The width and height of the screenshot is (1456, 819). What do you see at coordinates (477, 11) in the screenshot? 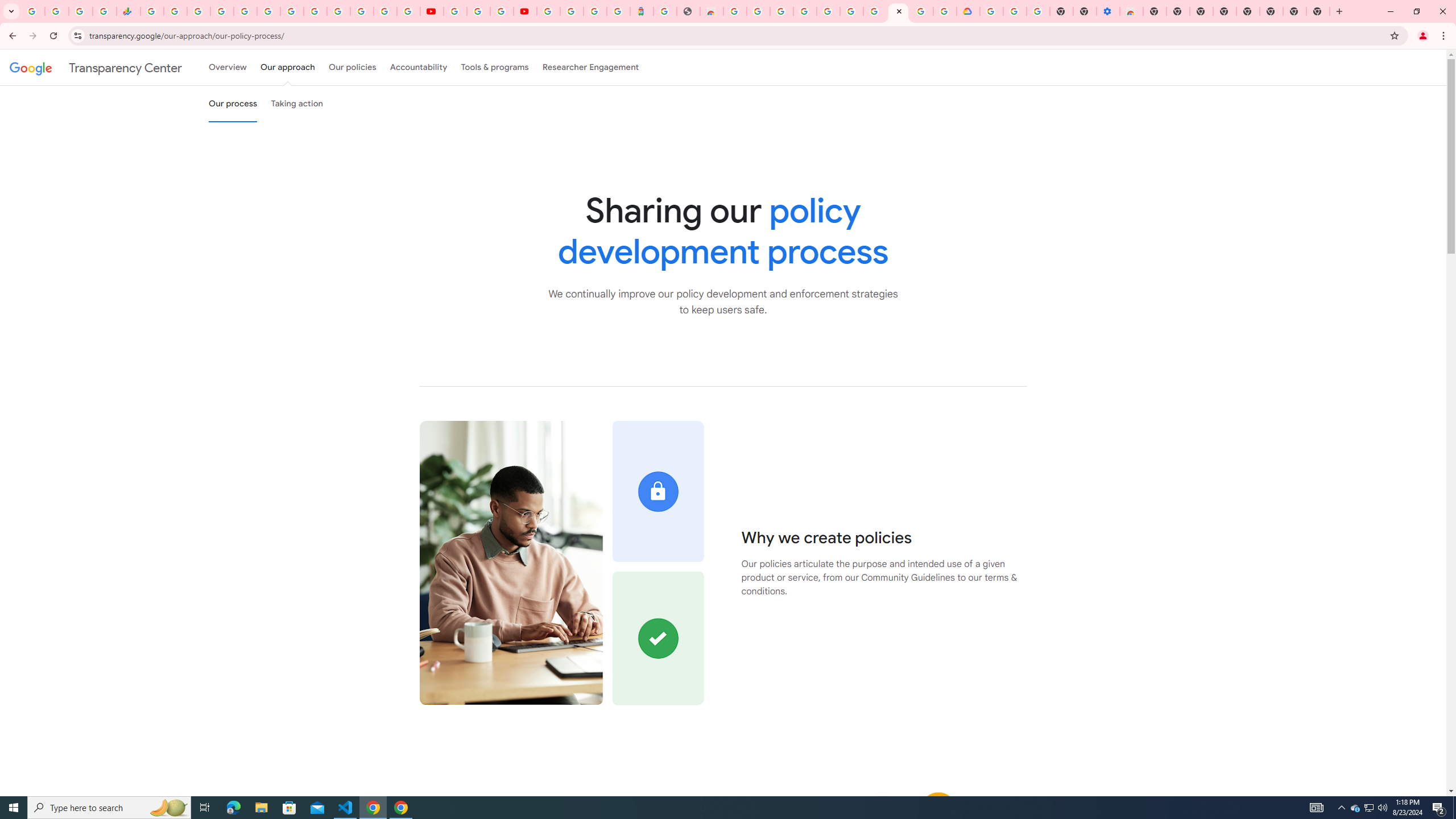
I see `'Google Account Help'` at bounding box center [477, 11].